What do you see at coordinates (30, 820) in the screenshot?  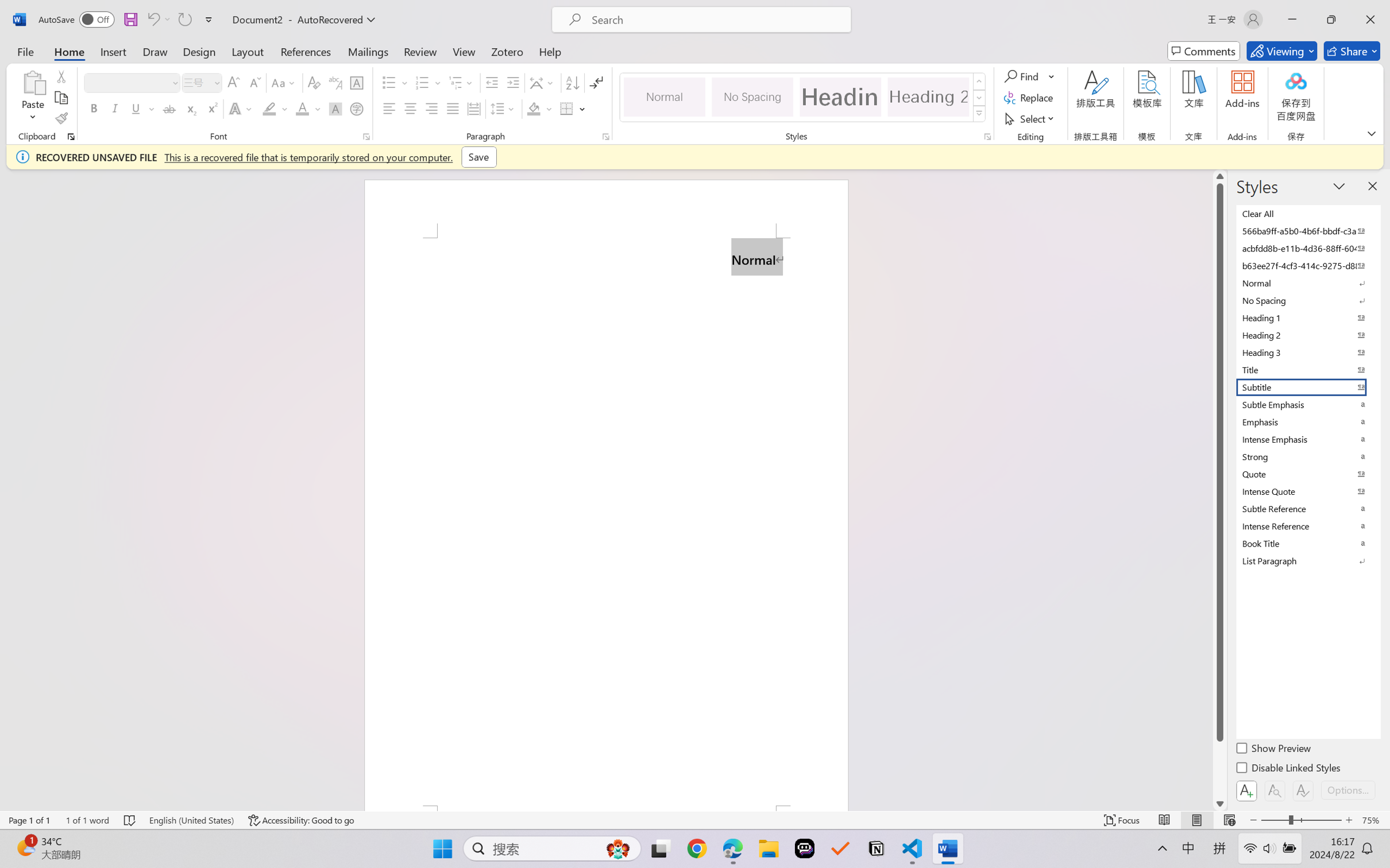 I see `'Page Number Page 1 of 1'` at bounding box center [30, 820].